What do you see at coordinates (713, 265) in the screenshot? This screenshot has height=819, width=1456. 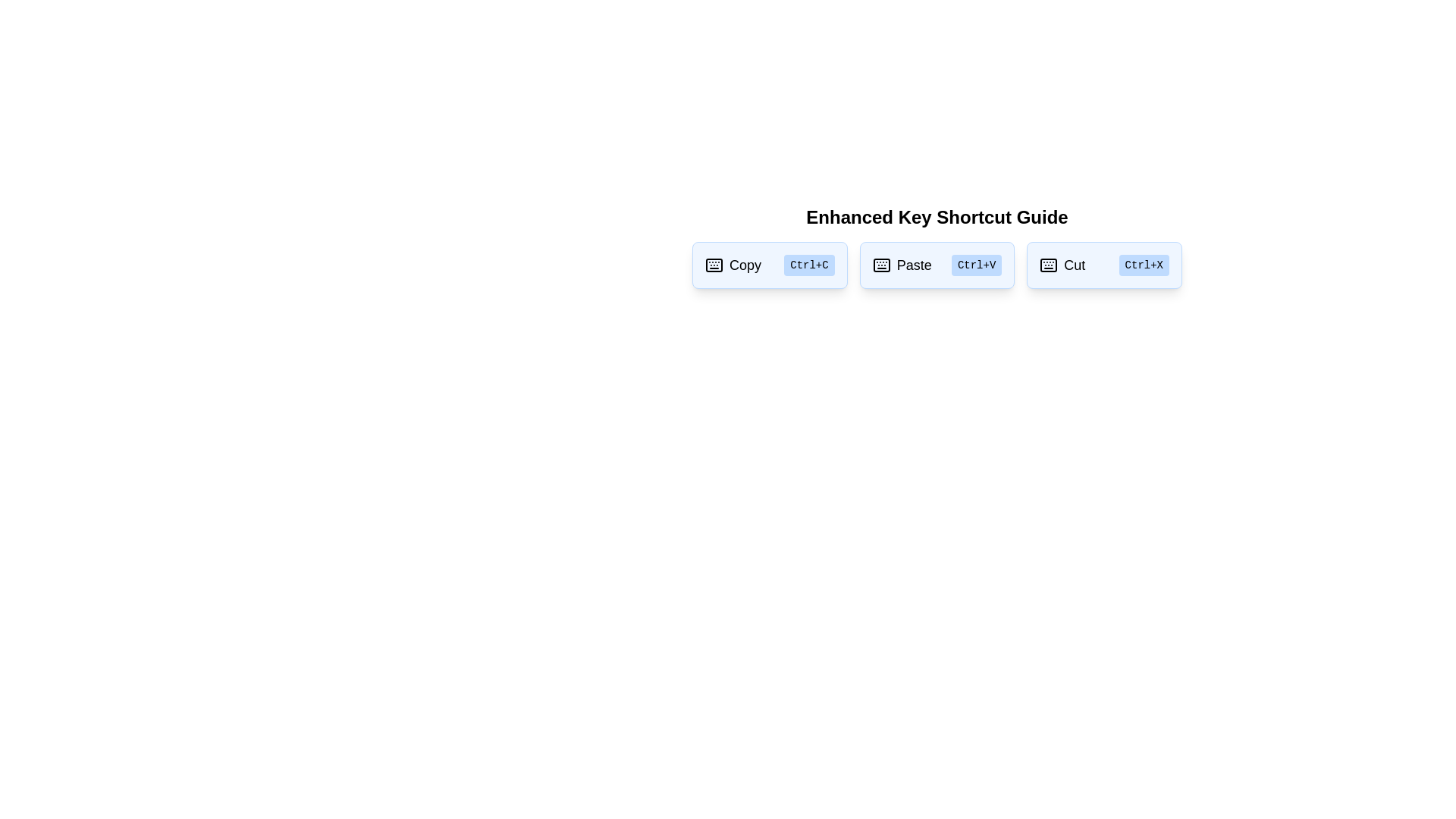 I see `the keyboard icon located to the left of the 'Copy' text within the button labeled 'Copy'` at bounding box center [713, 265].